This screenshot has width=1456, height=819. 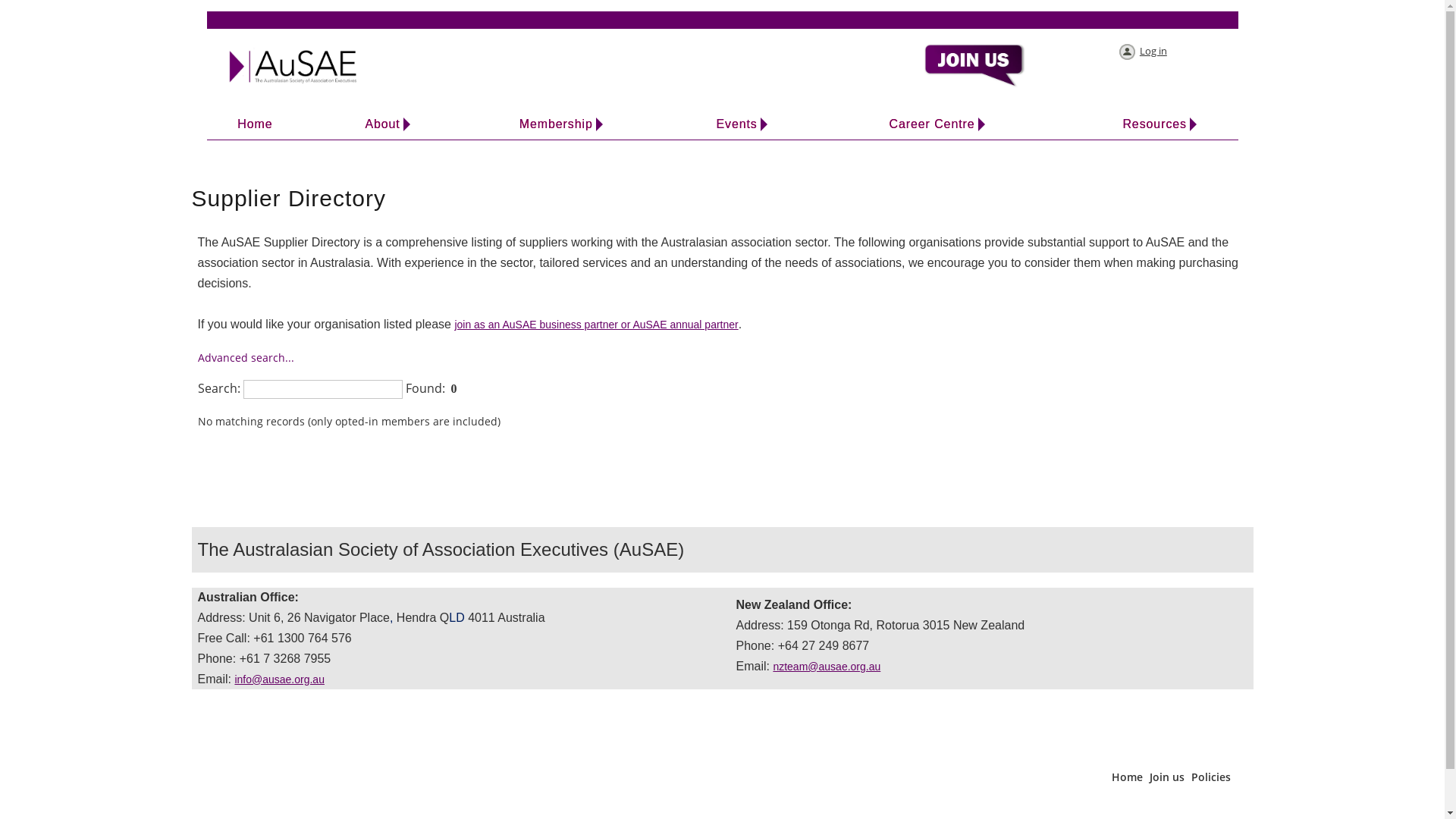 I want to click on 'Career Centre', so click(x=930, y=124).